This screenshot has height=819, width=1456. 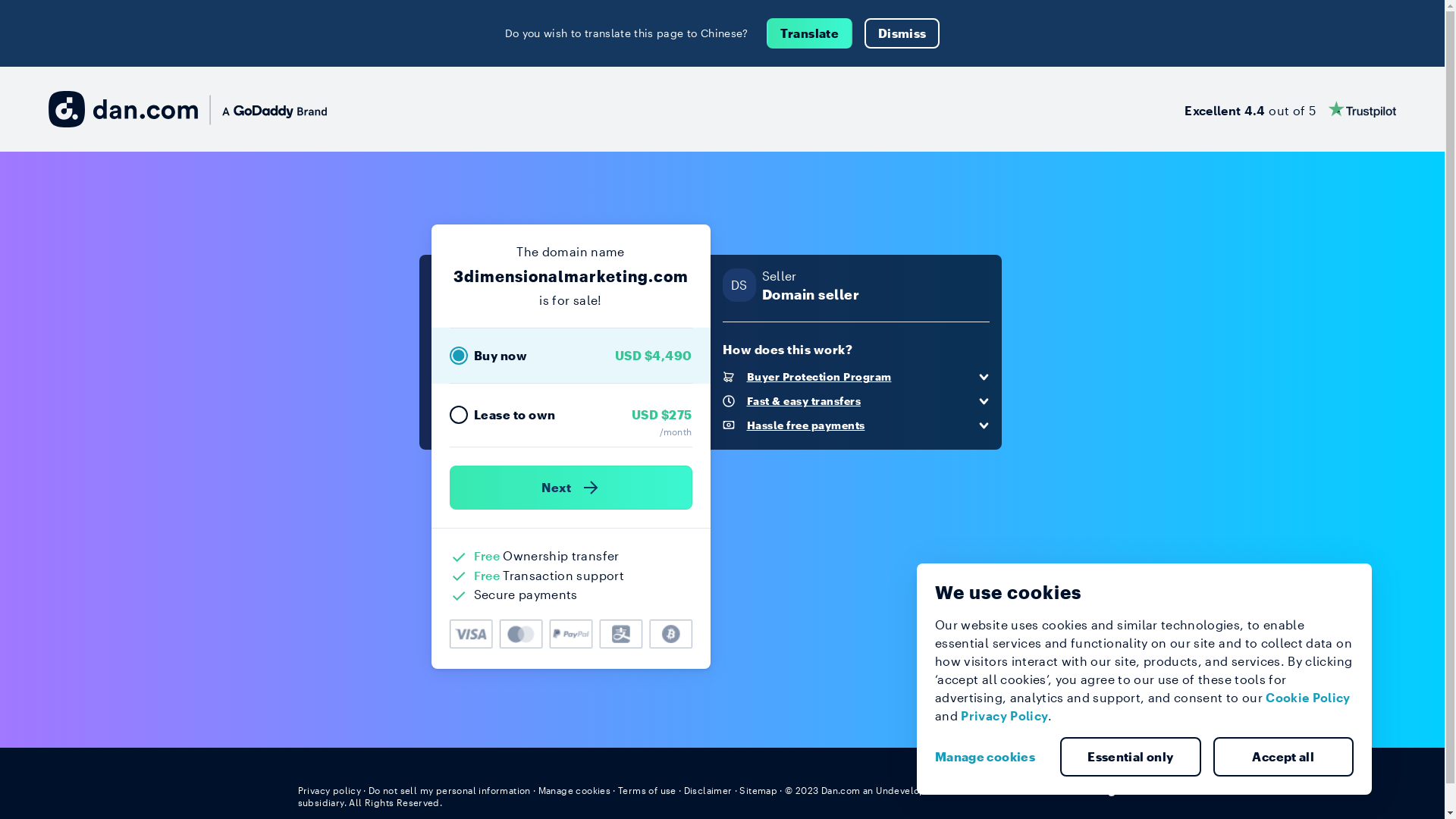 I want to click on 'Dismiss', so click(x=864, y=33).